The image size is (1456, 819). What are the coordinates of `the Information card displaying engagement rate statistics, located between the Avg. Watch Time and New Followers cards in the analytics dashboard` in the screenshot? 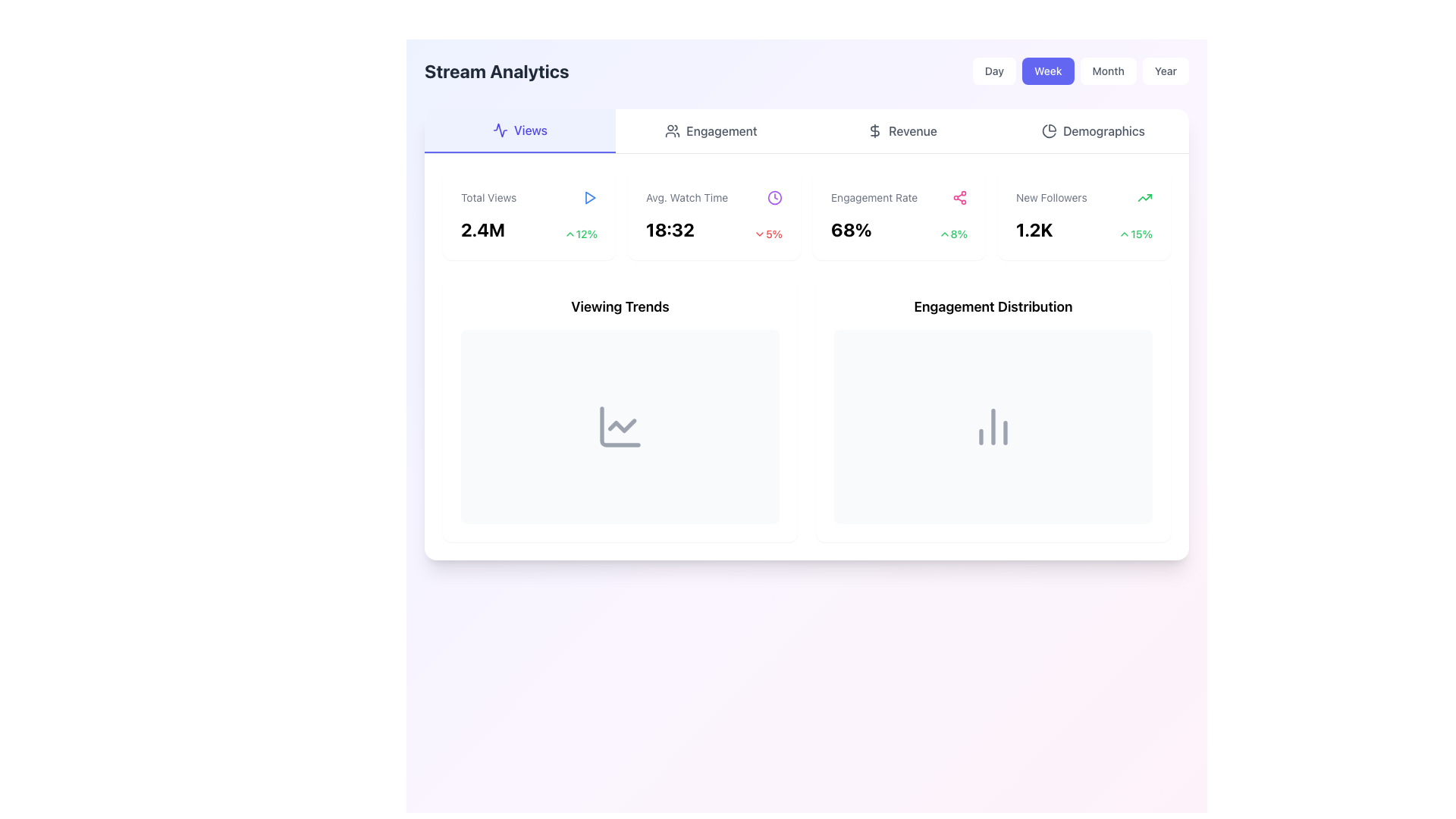 It's located at (806, 216).